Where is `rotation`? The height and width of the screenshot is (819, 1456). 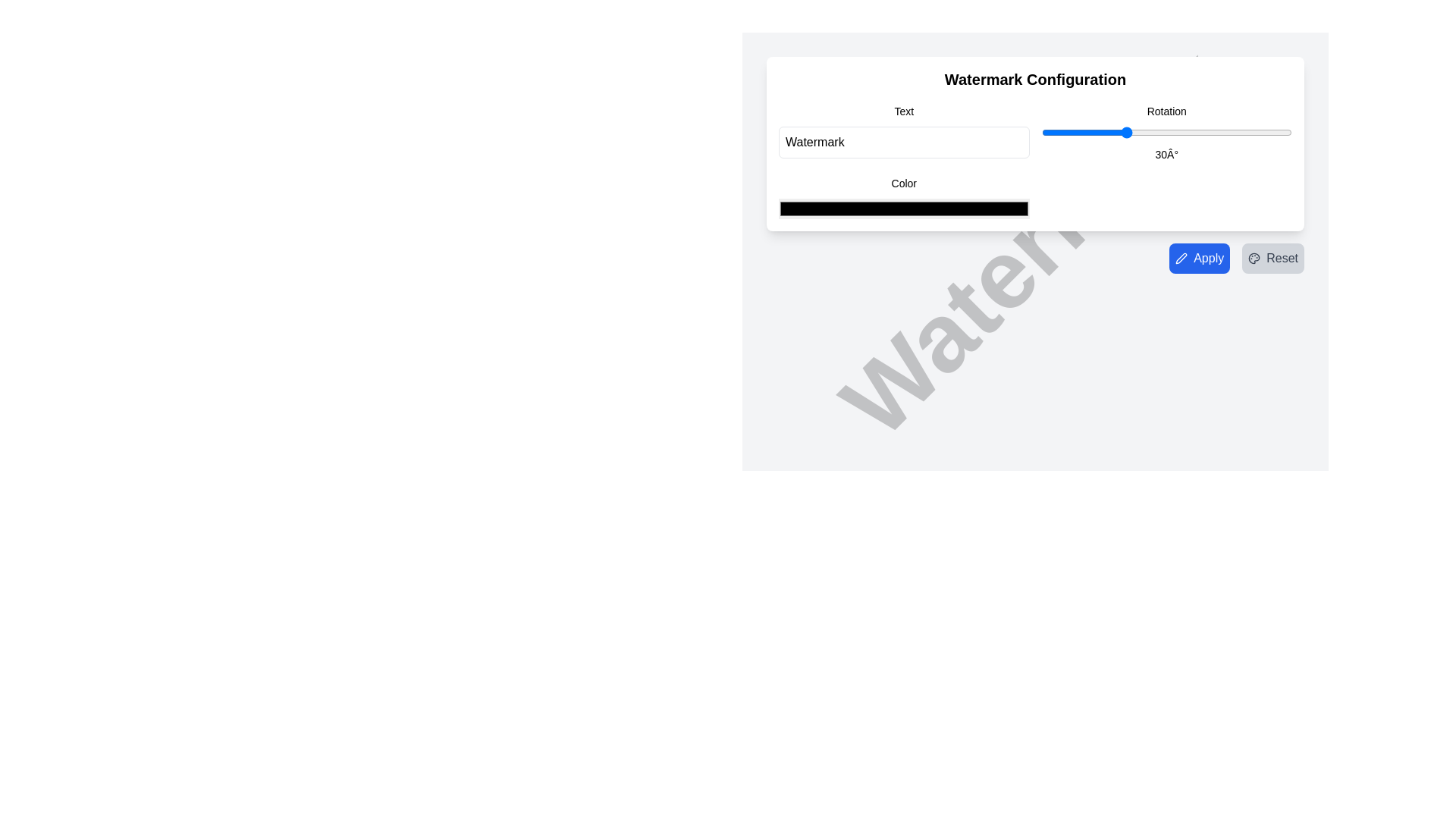
rotation is located at coordinates (1100, 131).